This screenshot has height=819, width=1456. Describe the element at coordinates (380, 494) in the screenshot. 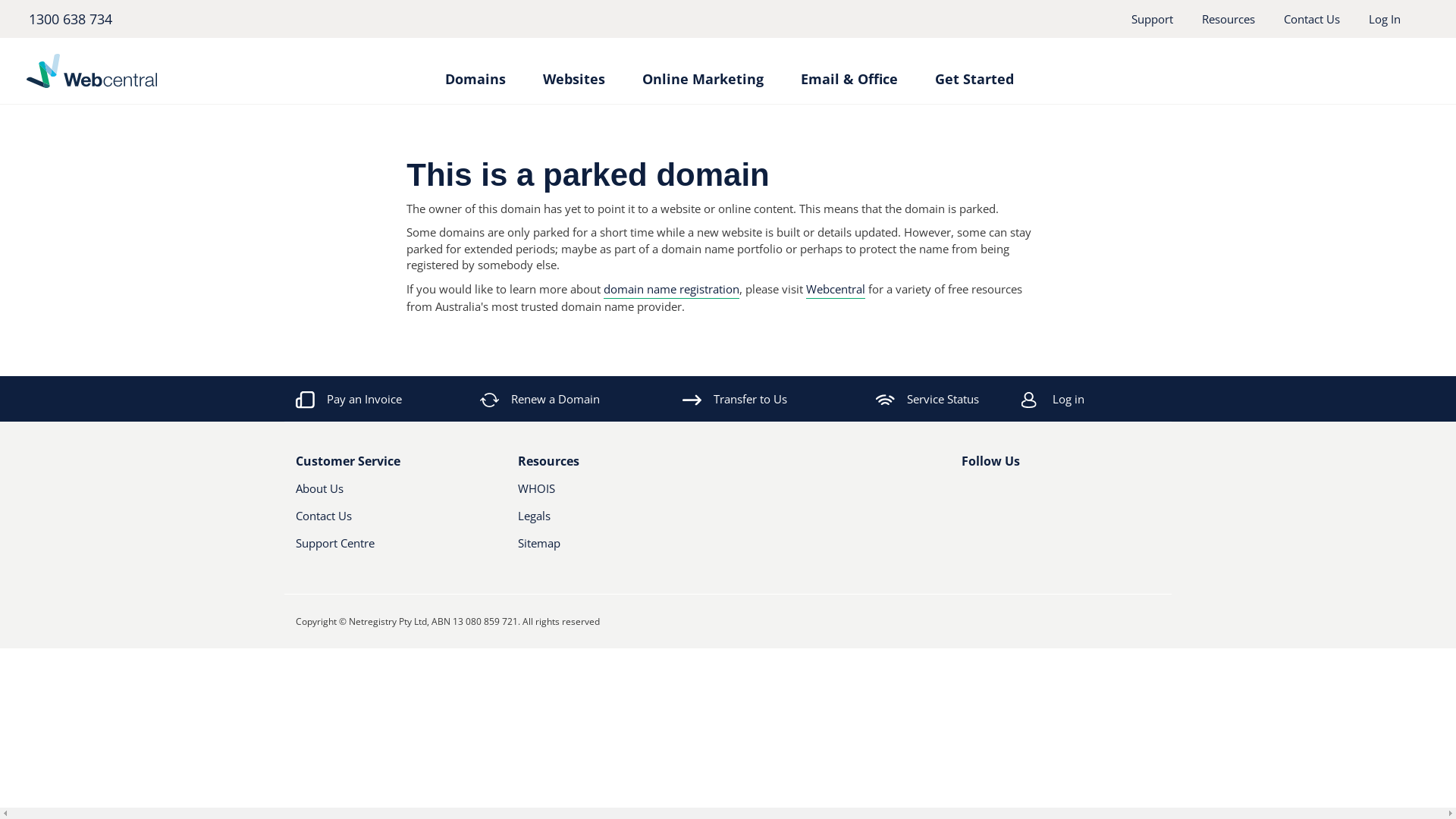

I see `'About Us'` at that location.